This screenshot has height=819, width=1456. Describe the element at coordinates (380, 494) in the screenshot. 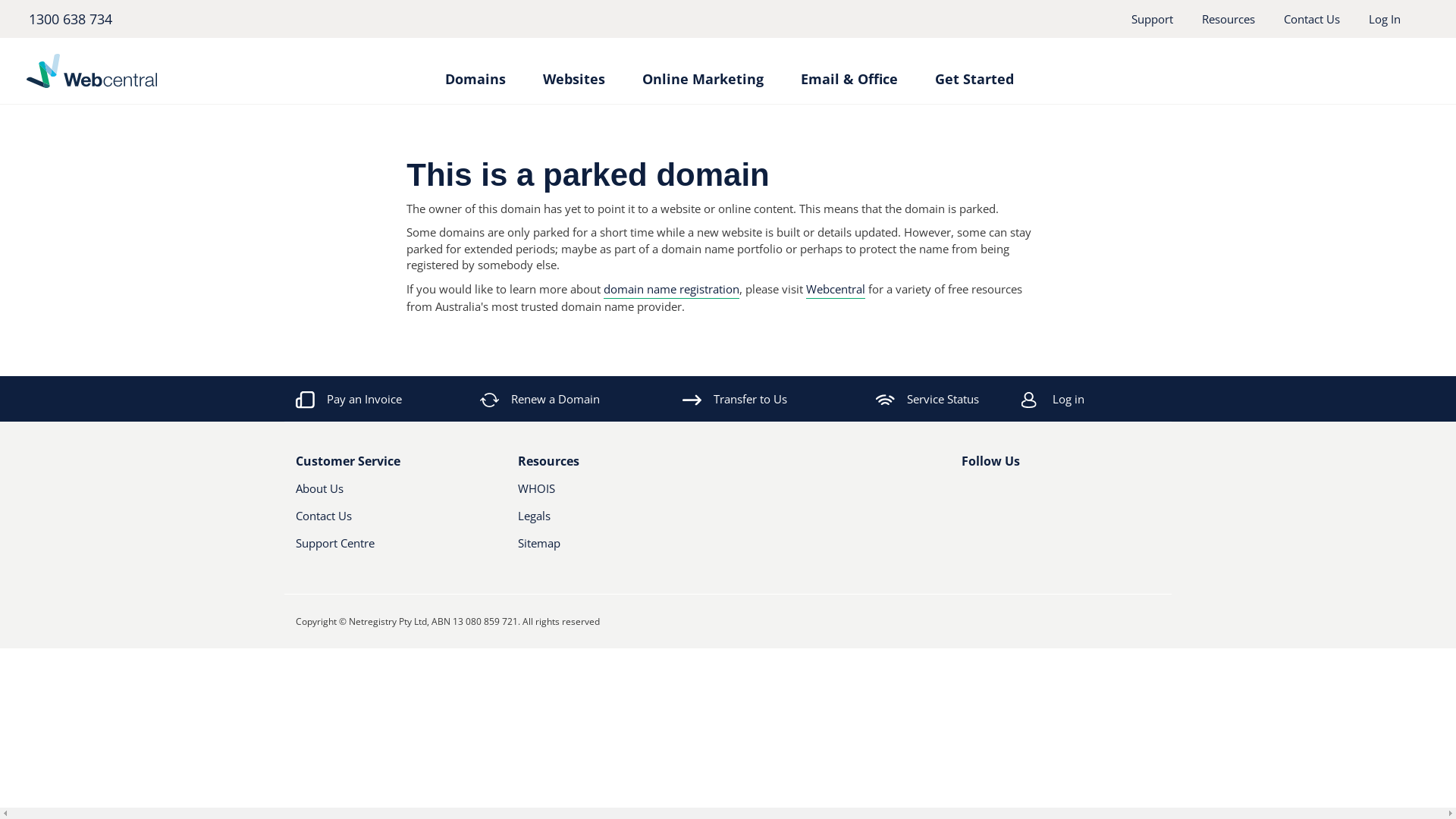

I see `'About Us'` at that location.